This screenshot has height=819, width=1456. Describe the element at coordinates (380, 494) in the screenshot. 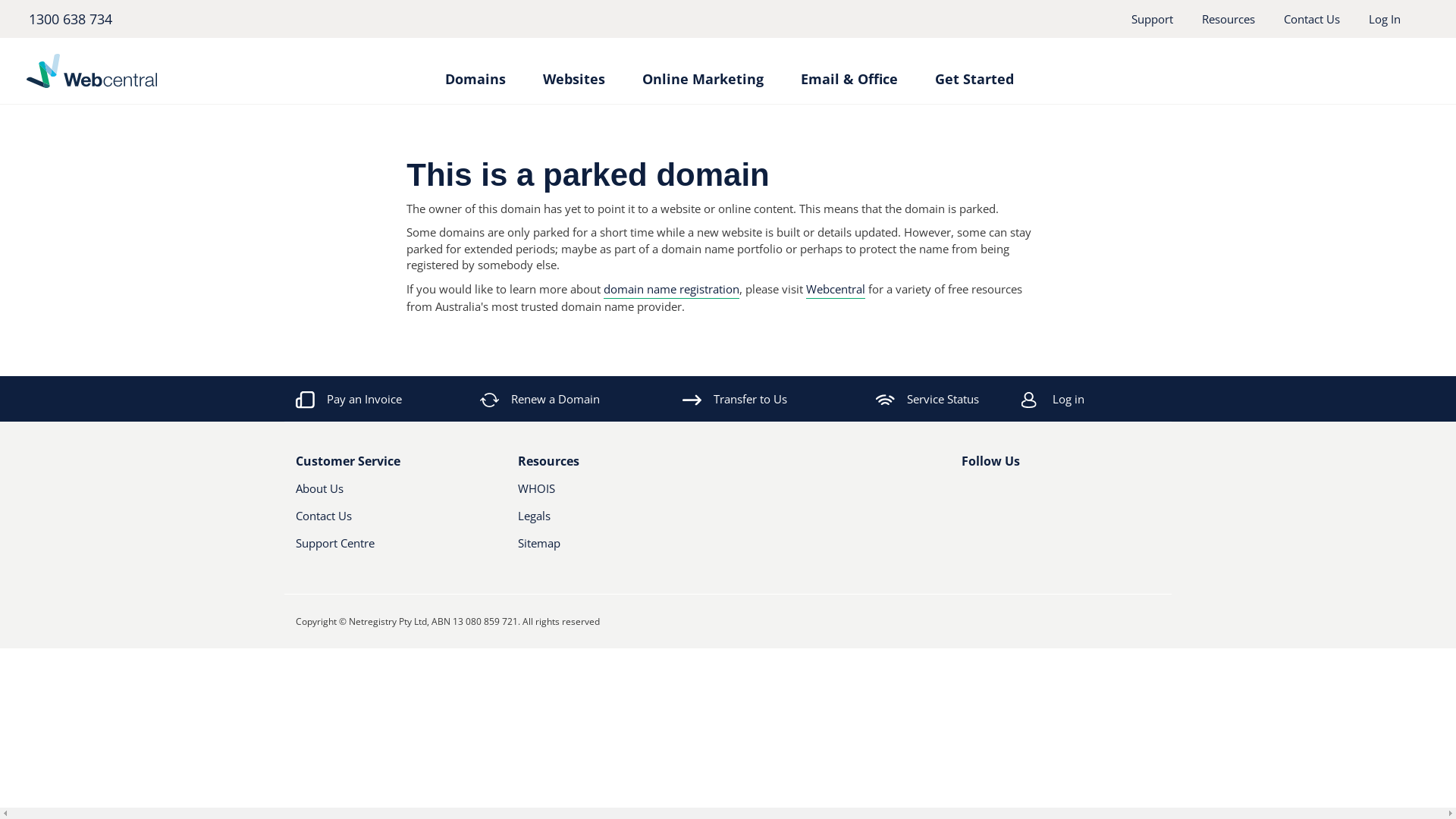

I see `'About Us'` at that location.